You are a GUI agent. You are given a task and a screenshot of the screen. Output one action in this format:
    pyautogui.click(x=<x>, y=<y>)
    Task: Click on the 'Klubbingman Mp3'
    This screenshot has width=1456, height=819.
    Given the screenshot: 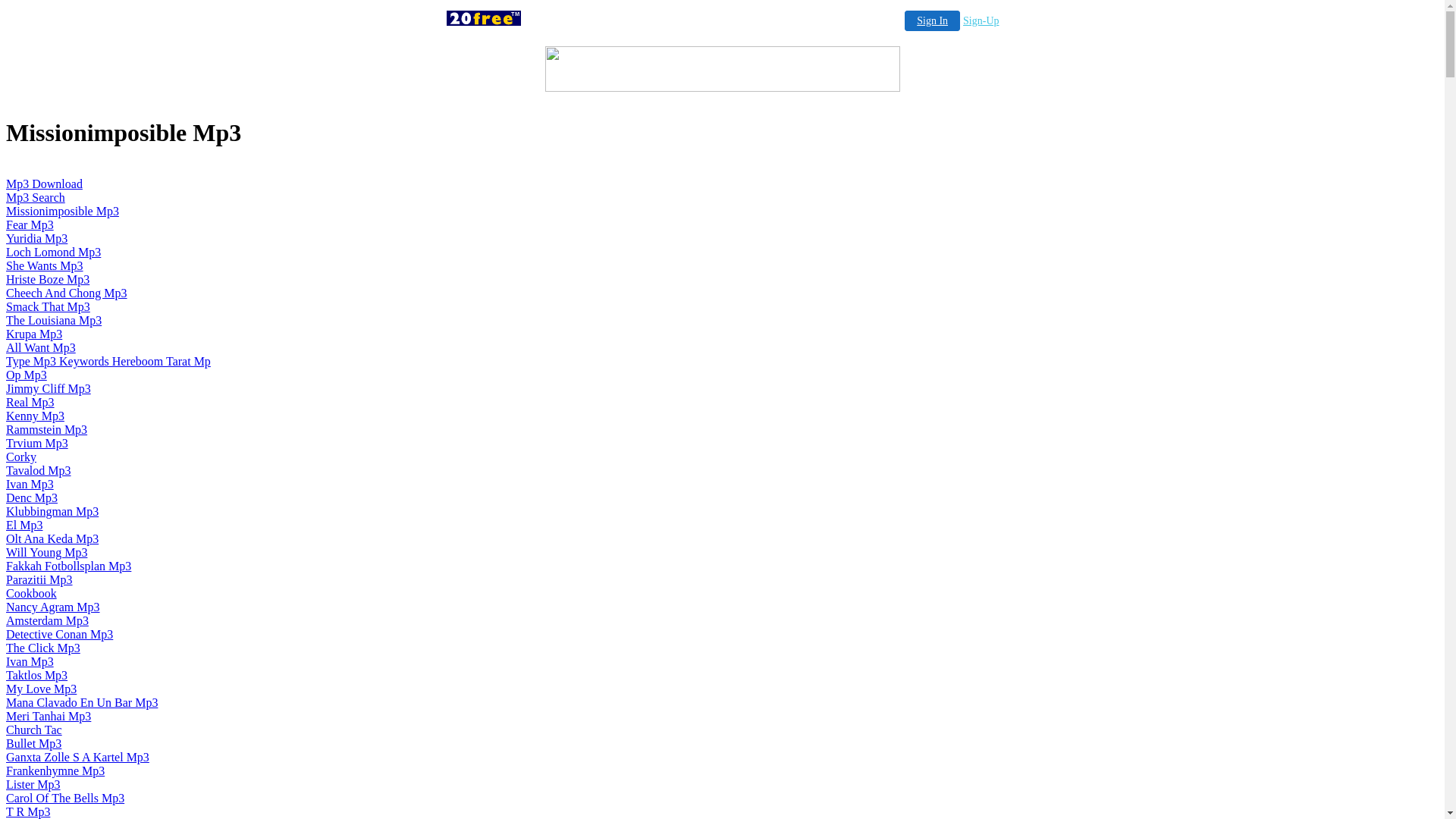 What is the action you would take?
    pyautogui.click(x=52, y=511)
    